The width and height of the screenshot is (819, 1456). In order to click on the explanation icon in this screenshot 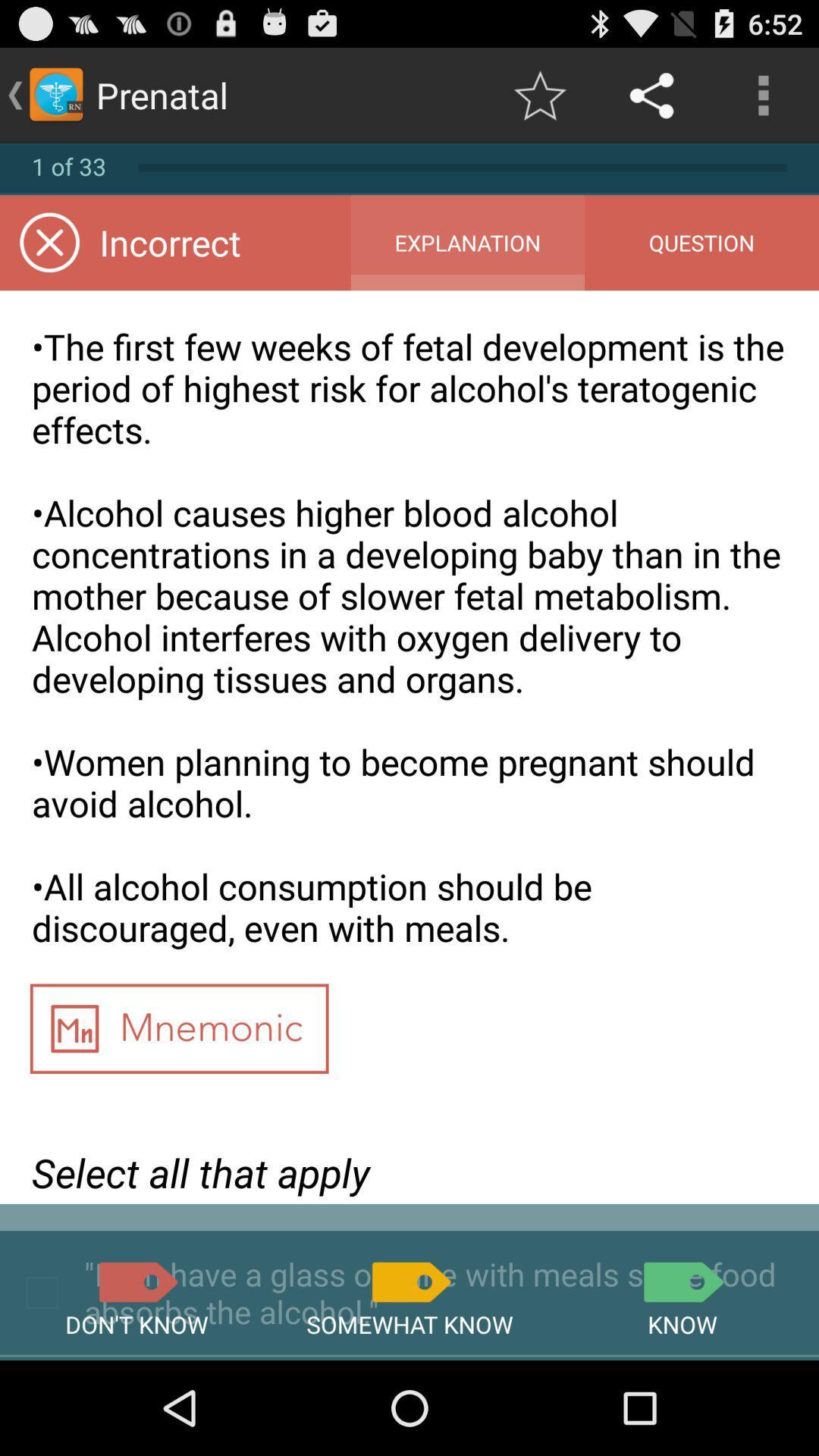, I will do `click(466, 243)`.